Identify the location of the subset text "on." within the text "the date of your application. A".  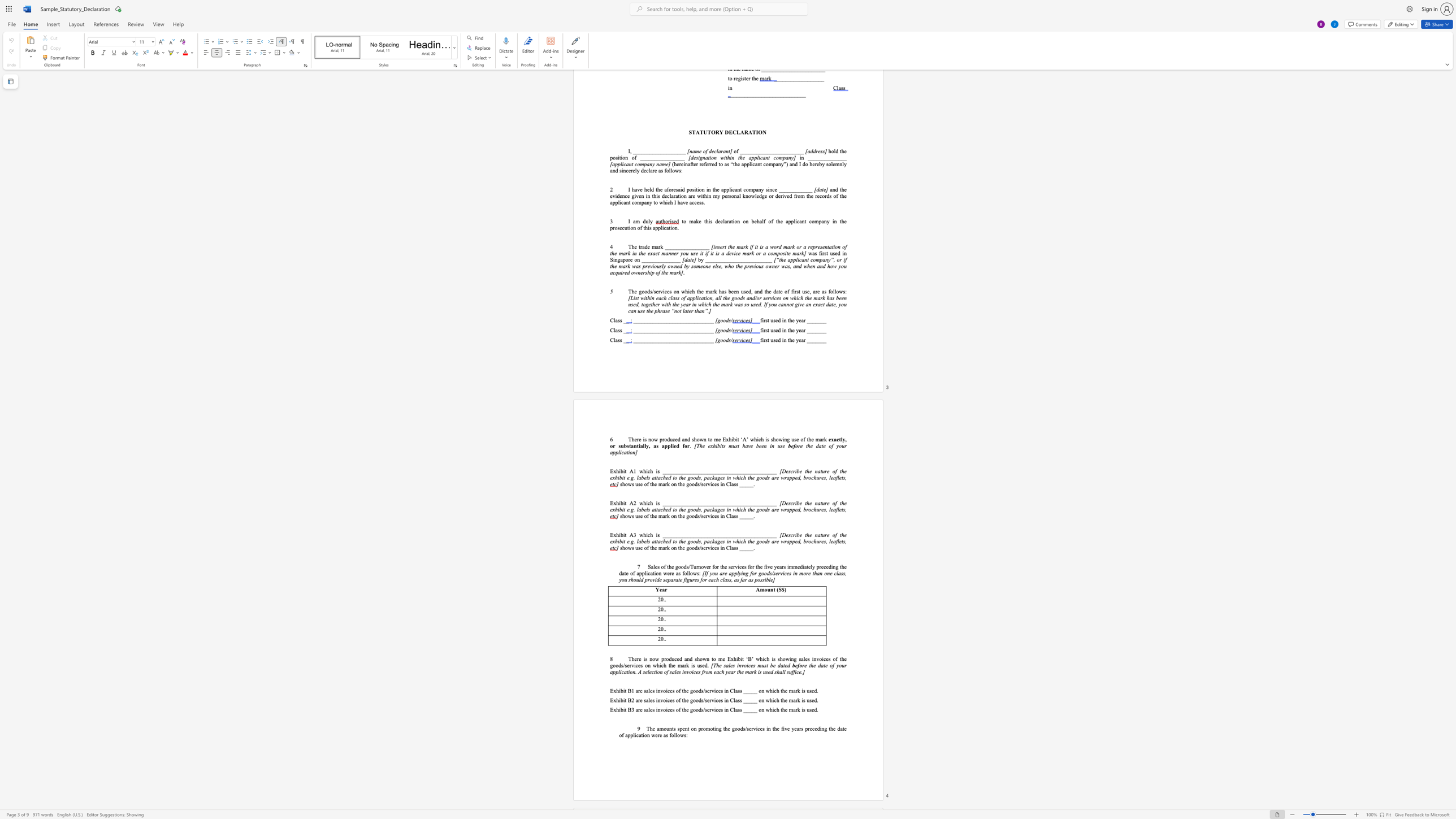
(630, 671).